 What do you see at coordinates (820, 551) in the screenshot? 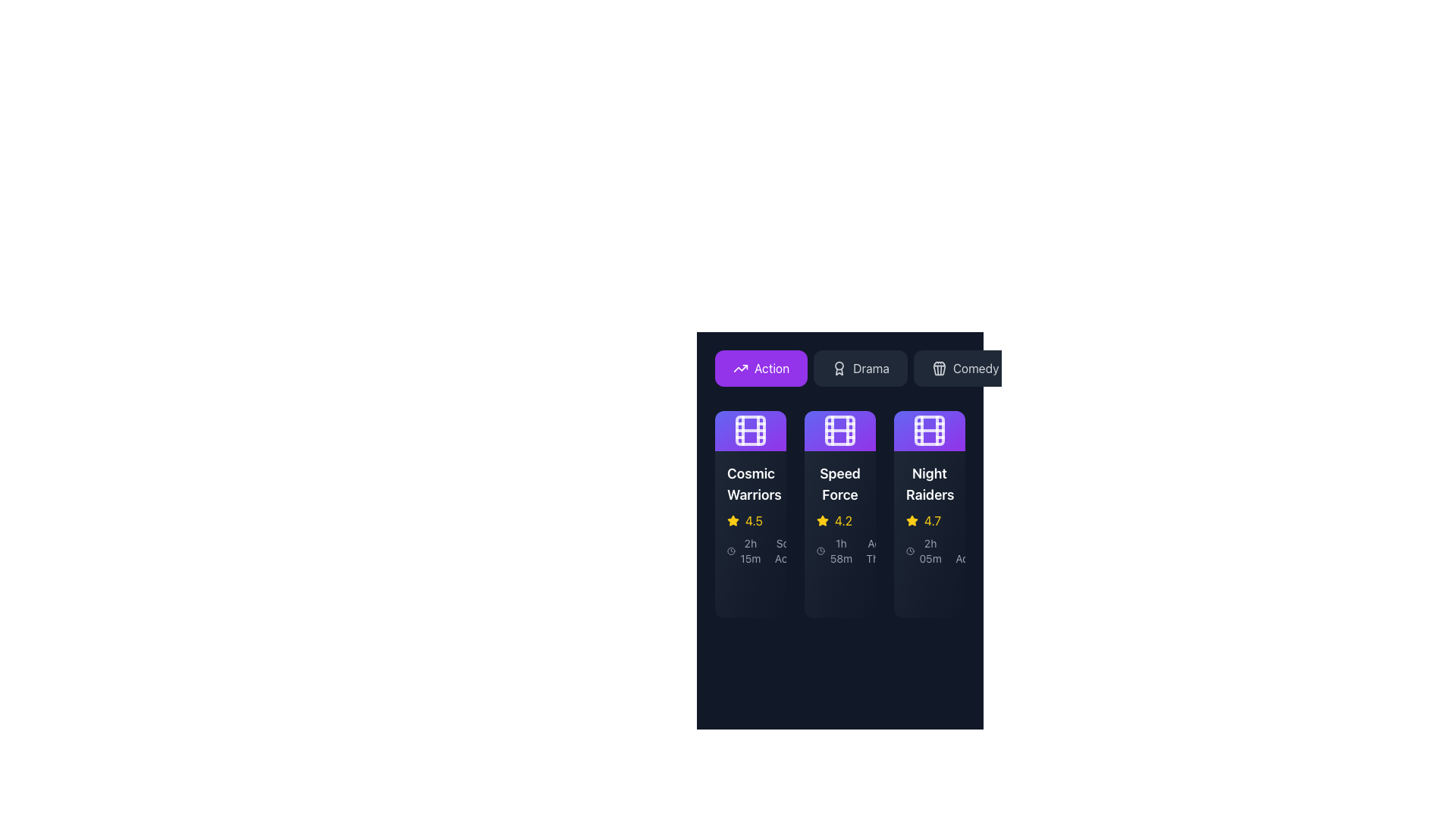
I see `the small circular clock icon located next to the duration text '1h 58m' in the second movie information card` at bounding box center [820, 551].